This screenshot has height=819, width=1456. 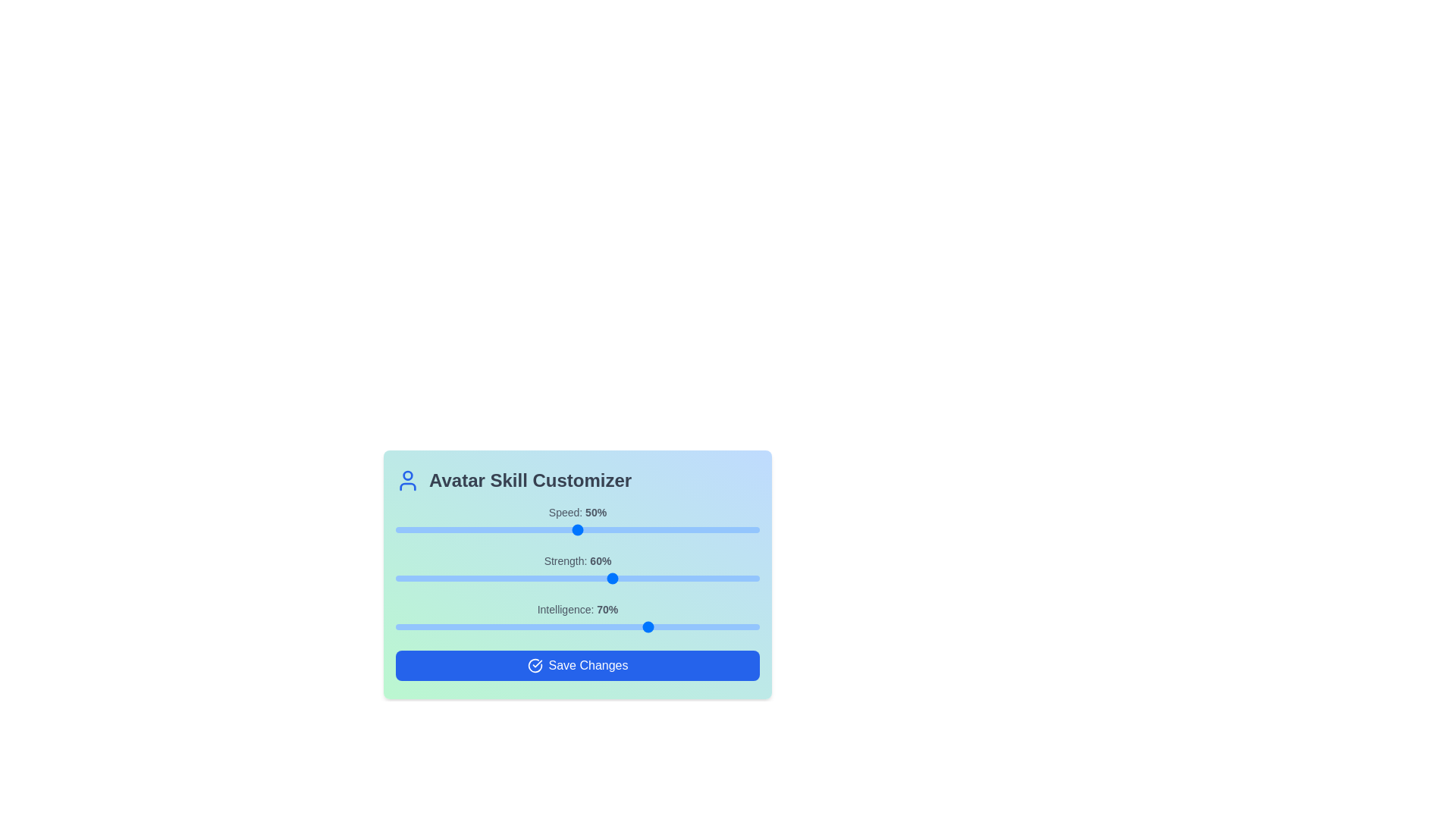 What do you see at coordinates (577, 608) in the screenshot?
I see `the text displaying 'Intelligence: 70%' which is part of the skills customization section in the Avatar Skill Customizer, located between the 'Strength: 60%' slider and the 'Intelligence' slider` at bounding box center [577, 608].